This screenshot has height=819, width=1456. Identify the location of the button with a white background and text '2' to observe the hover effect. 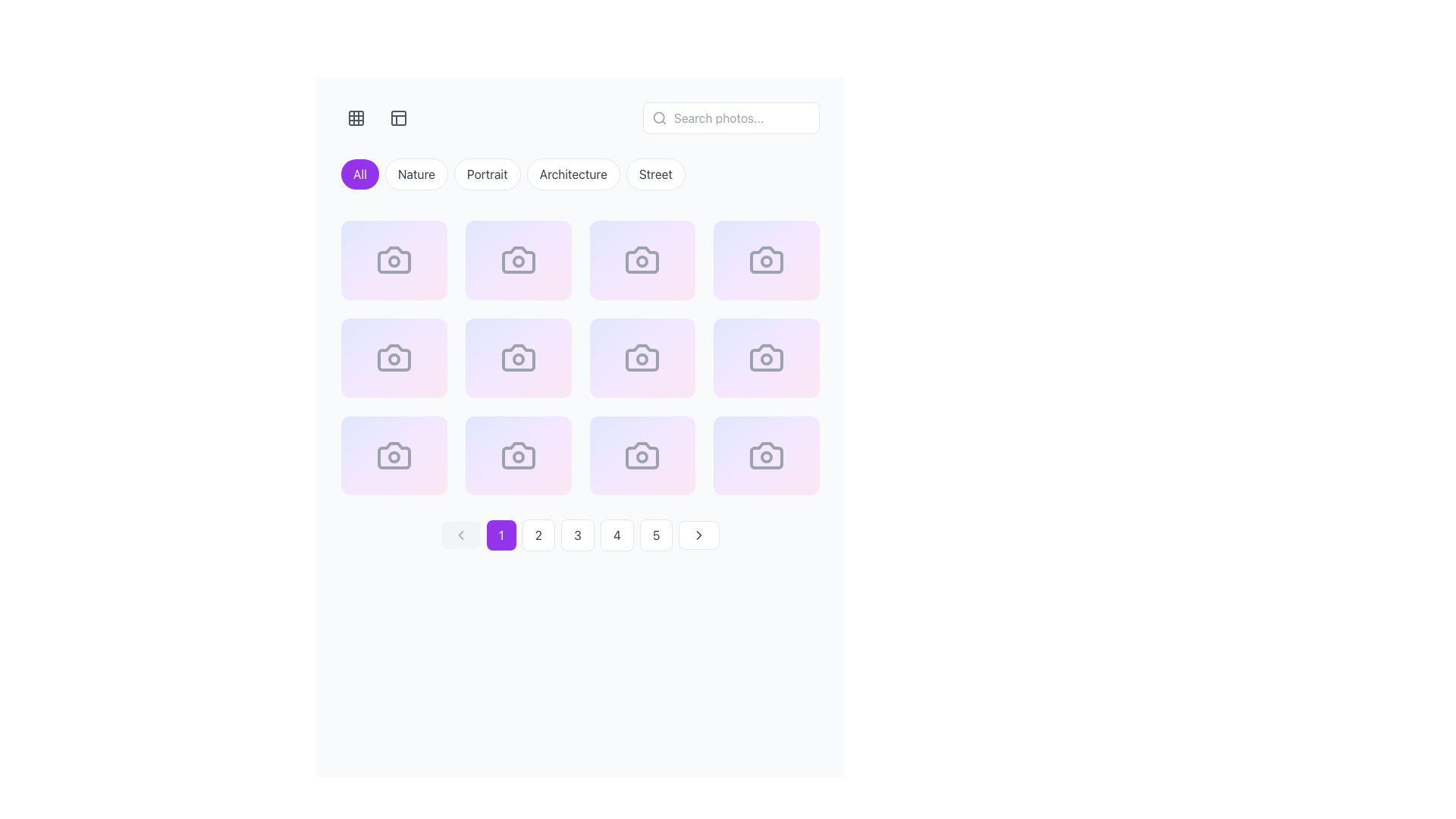
(538, 535).